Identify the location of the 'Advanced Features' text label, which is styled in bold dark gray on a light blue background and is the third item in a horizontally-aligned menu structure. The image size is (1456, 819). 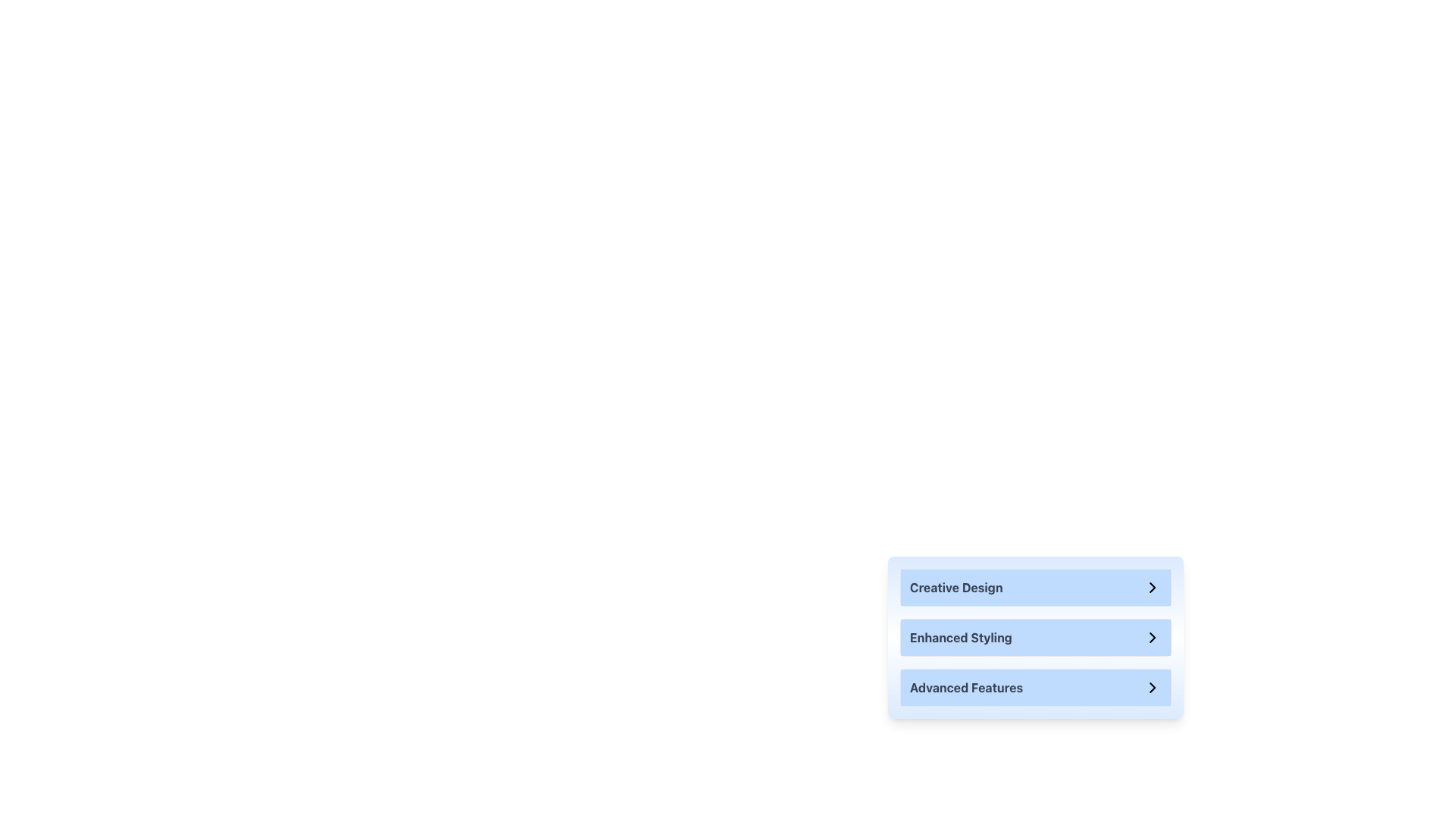
(965, 687).